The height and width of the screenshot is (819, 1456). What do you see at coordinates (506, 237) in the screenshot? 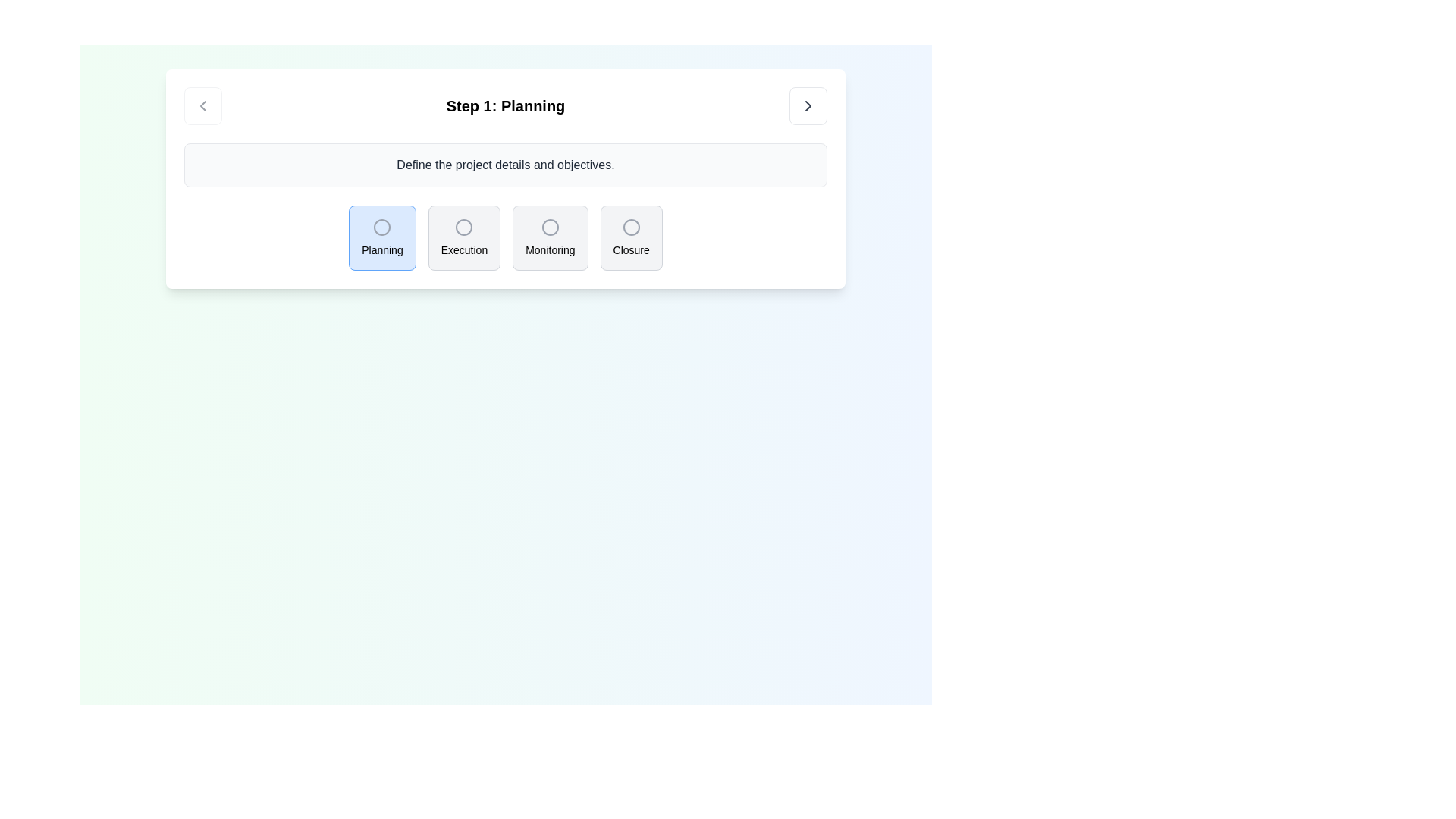
I see `the 'Execution' button in the button group under 'Step 1: Planning'` at bounding box center [506, 237].